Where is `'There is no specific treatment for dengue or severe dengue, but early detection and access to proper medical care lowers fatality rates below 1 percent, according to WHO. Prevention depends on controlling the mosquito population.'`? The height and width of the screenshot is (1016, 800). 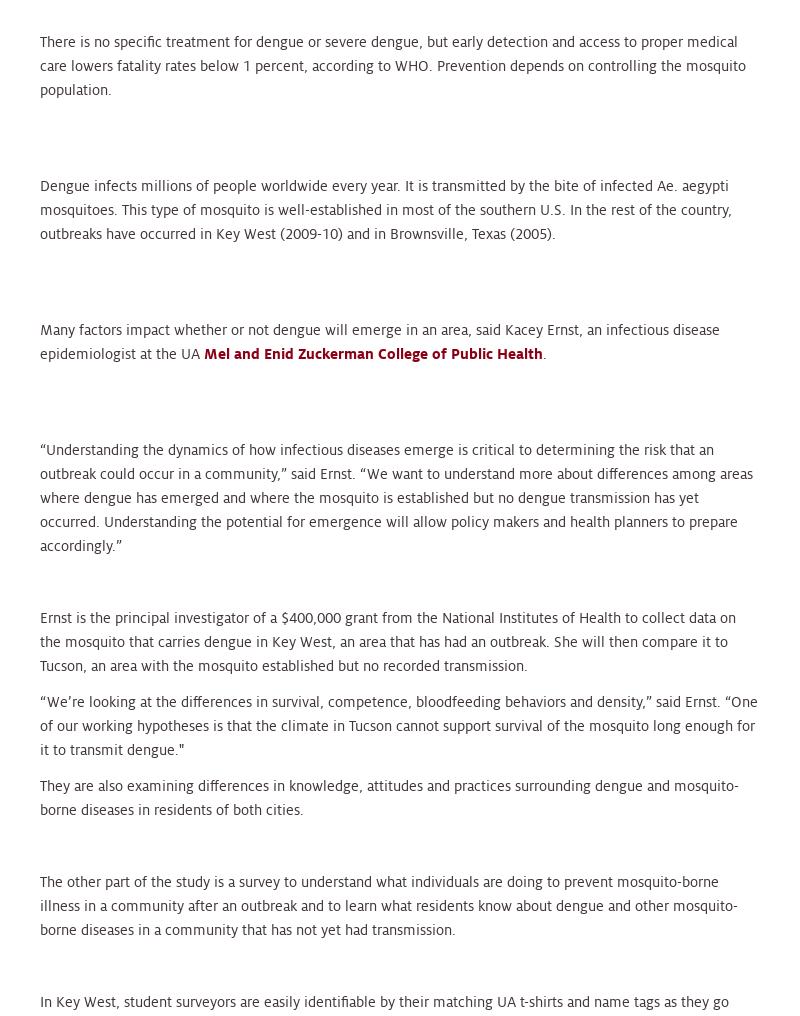 'There is no specific treatment for dengue or severe dengue, but early detection and access to proper medical care lowers fatality rates below 1 percent, according to WHO. Prevention depends on controlling the mosquito population.' is located at coordinates (392, 65).